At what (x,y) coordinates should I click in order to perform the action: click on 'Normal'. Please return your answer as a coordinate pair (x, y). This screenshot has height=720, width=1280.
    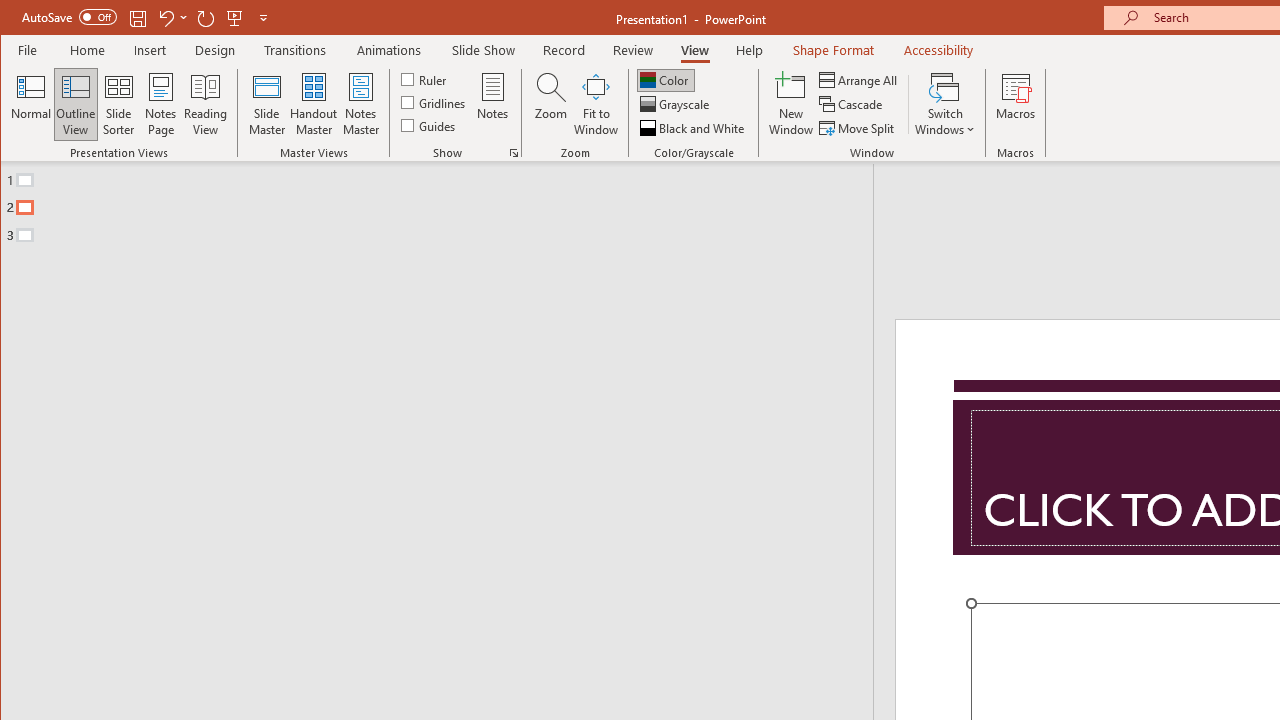
    Looking at the image, I should click on (31, 104).